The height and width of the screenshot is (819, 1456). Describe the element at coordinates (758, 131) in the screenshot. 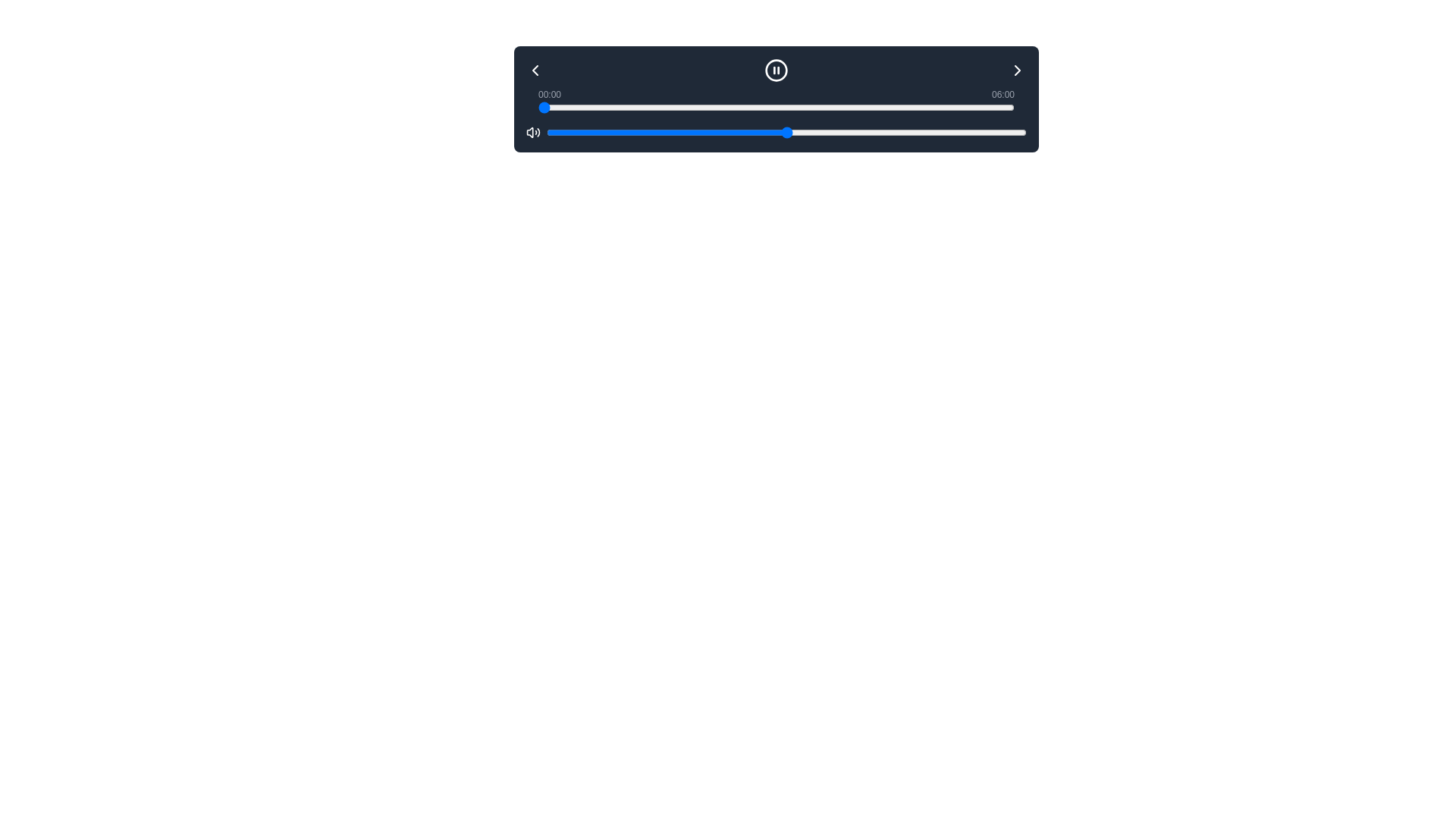

I see `the slider` at that location.